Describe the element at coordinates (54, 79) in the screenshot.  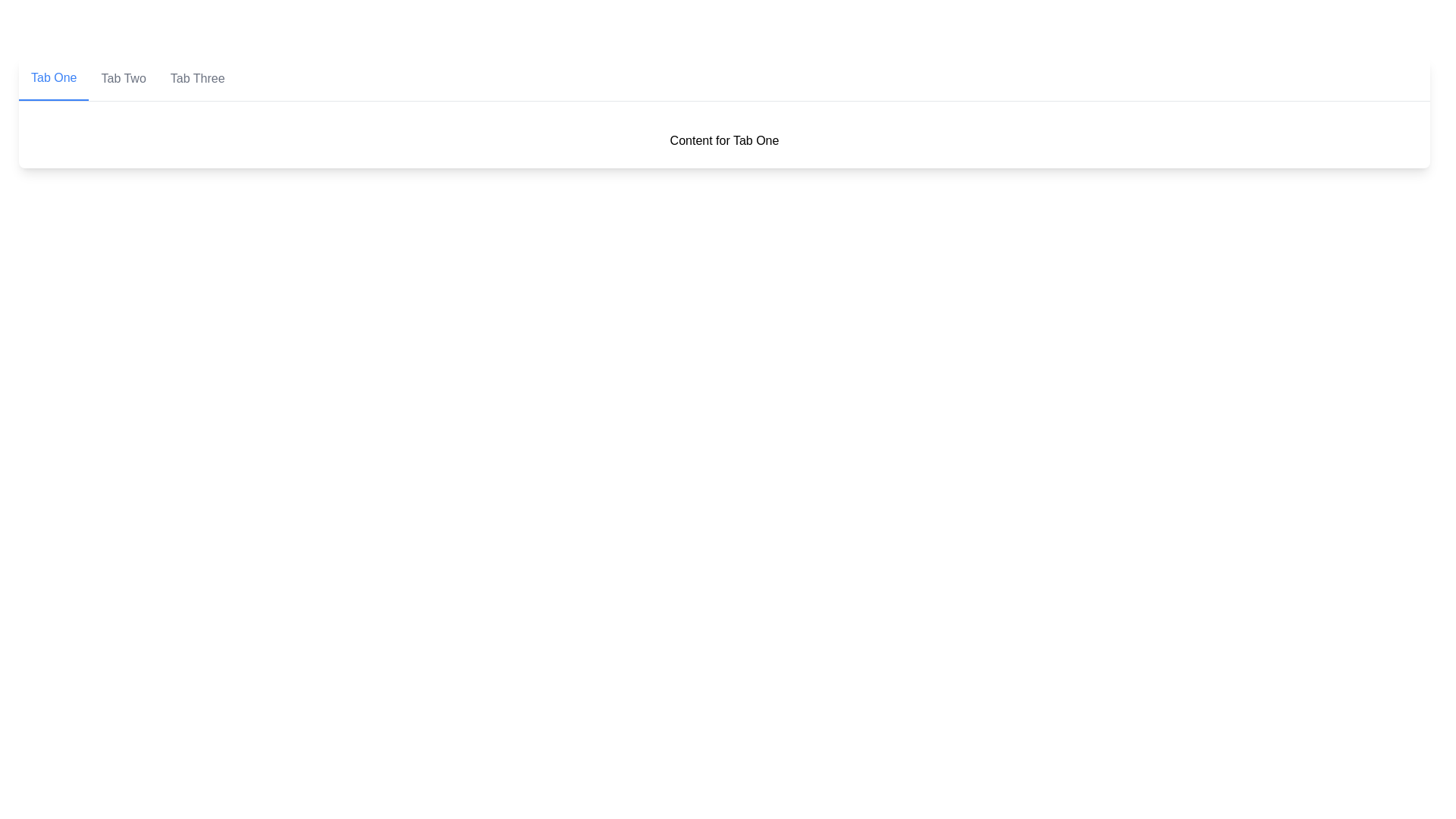
I see `the tab Tab One` at that location.